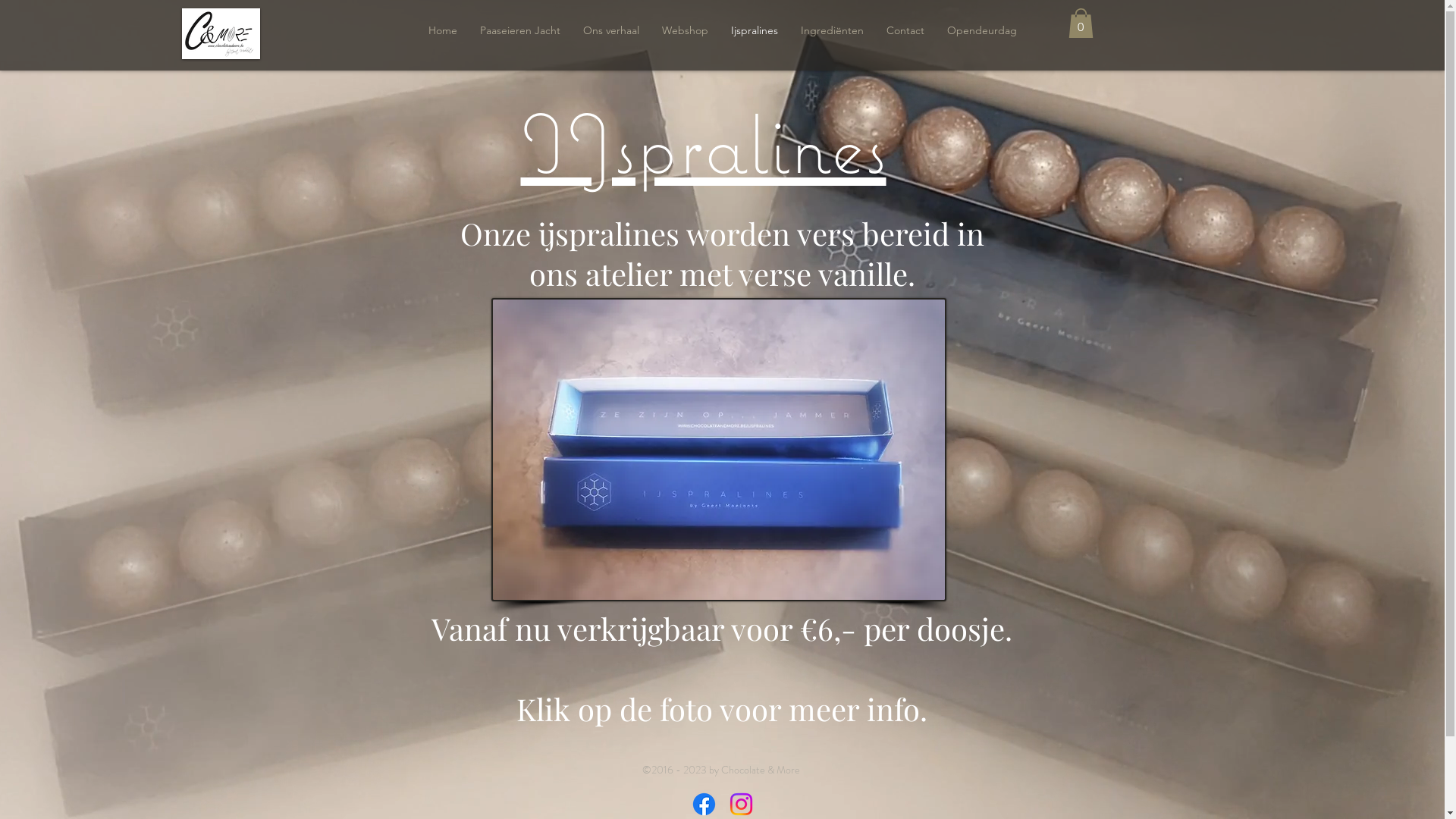 This screenshot has height=819, width=1456. Describe the element at coordinates (905, 30) in the screenshot. I see `'Contact'` at that location.